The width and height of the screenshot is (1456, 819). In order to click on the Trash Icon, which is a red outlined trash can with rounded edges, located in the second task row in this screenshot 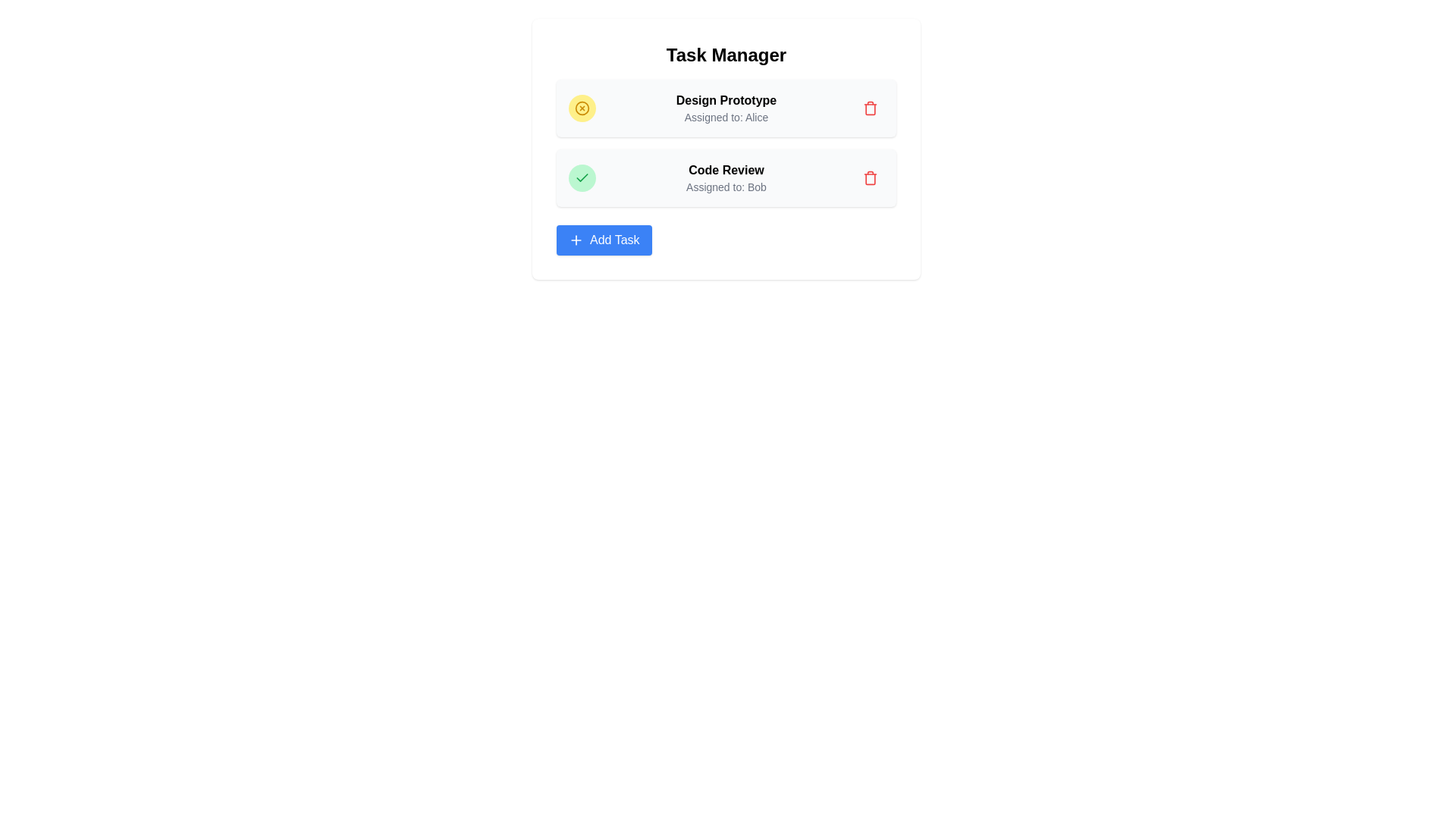, I will do `click(870, 107)`.